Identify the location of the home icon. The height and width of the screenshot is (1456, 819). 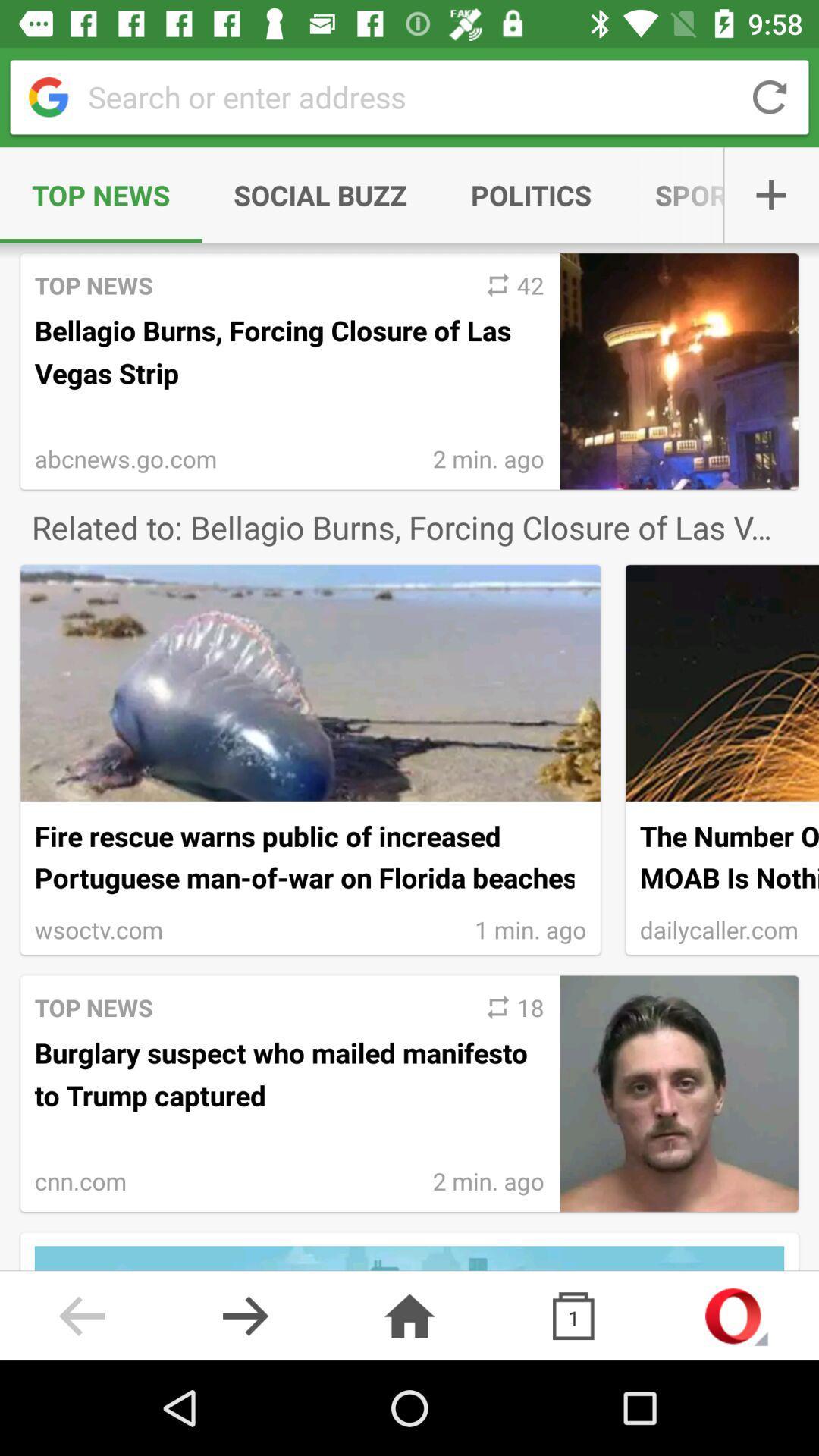
(409, 1315).